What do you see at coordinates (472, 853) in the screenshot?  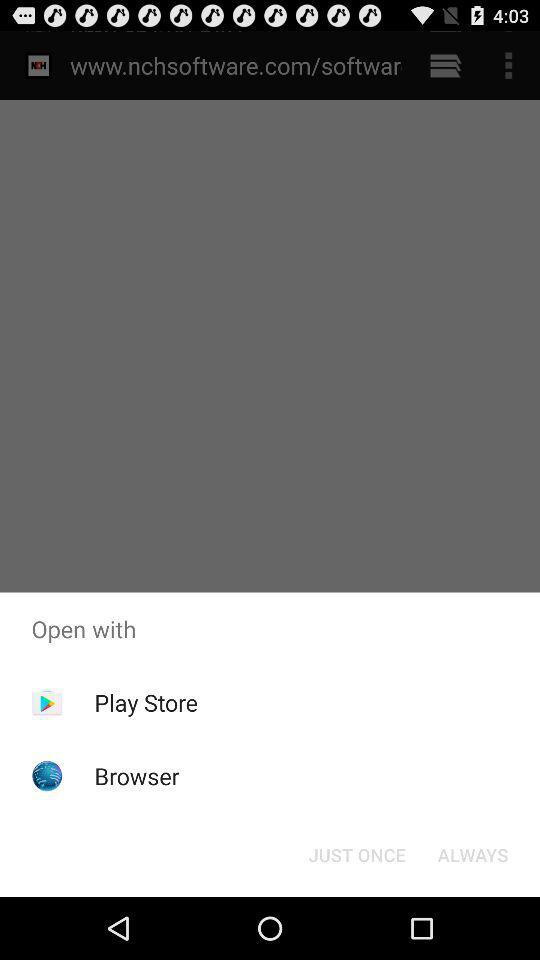 I see `item below the open with` at bounding box center [472, 853].